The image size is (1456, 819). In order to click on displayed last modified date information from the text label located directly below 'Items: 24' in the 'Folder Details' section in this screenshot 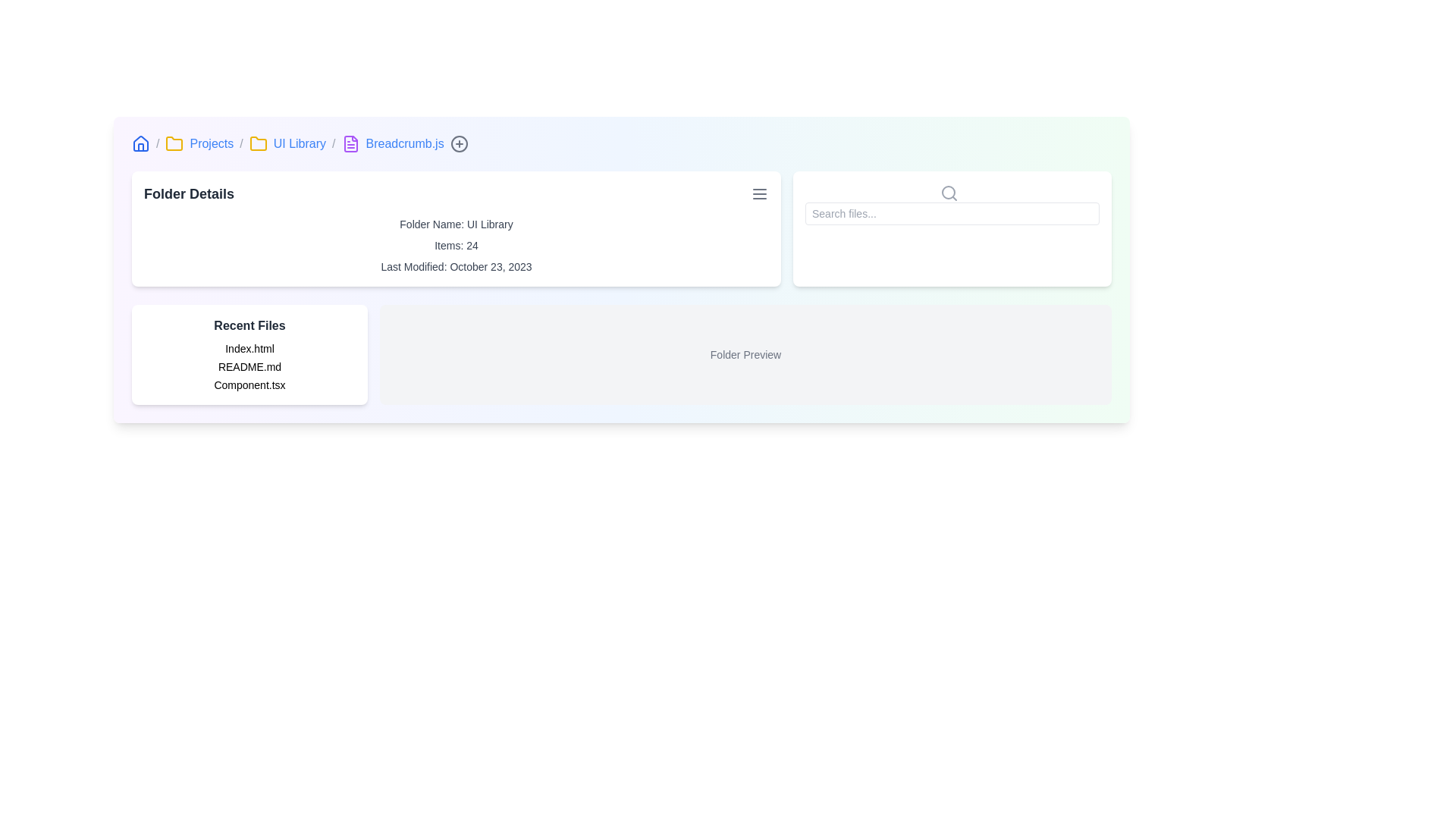, I will do `click(455, 265)`.